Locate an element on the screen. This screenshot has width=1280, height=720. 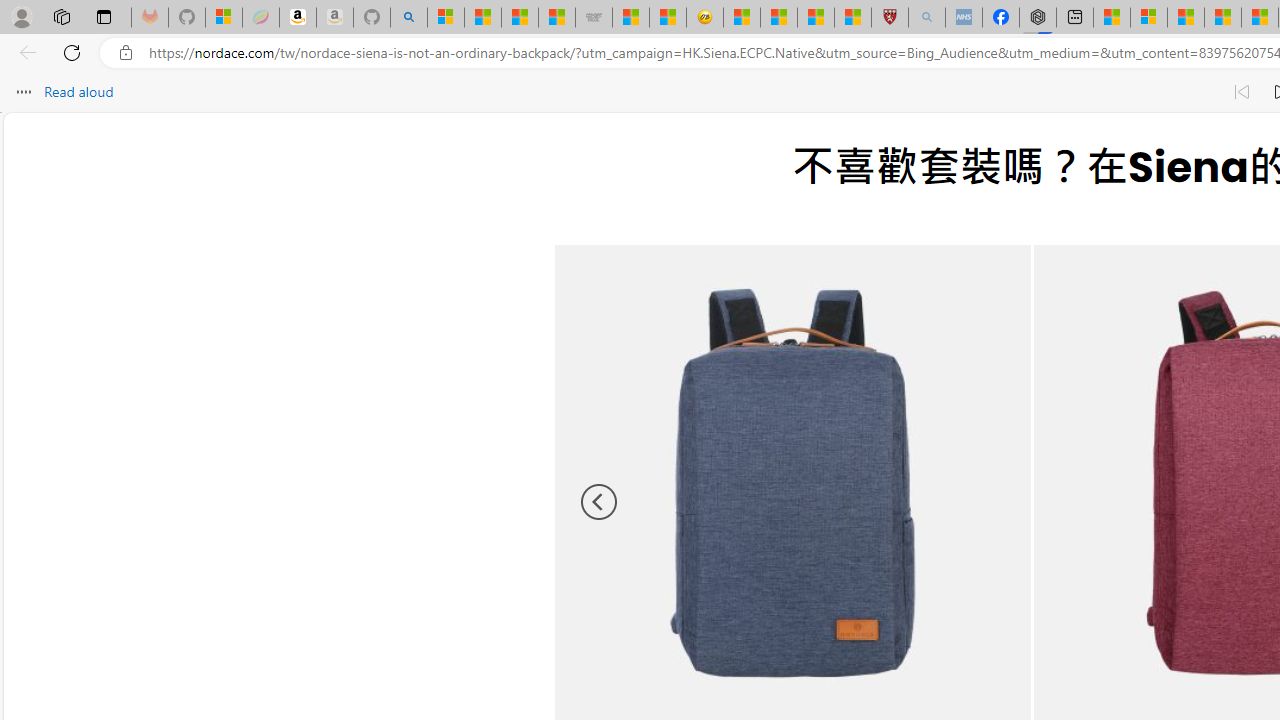
'Class: flickity-button-icon' is located at coordinates (598, 501).